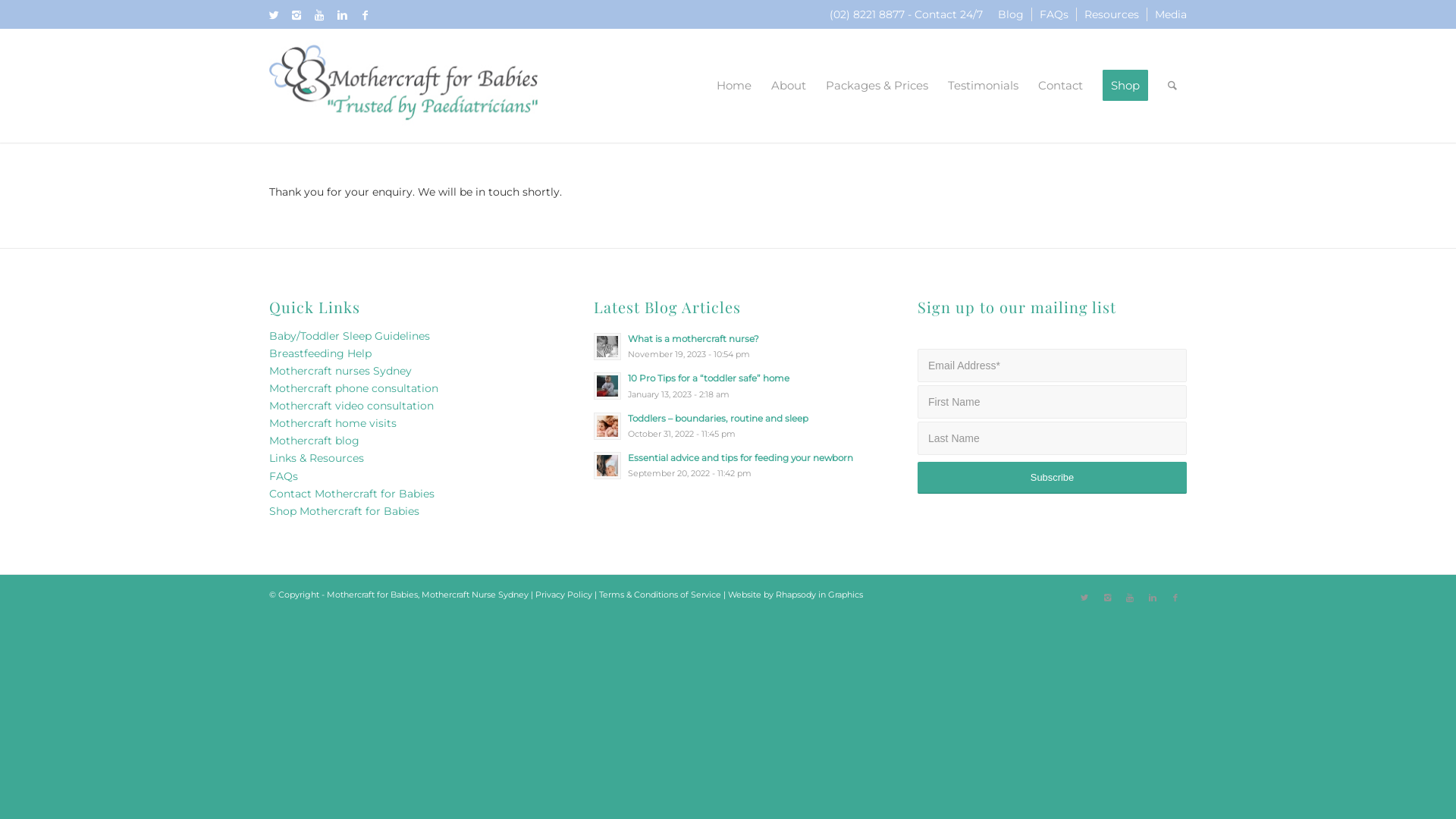  Describe the element at coordinates (348, 335) in the screenshot. I see `'Baby/Toddler Sleep Guidelines'` at that location.